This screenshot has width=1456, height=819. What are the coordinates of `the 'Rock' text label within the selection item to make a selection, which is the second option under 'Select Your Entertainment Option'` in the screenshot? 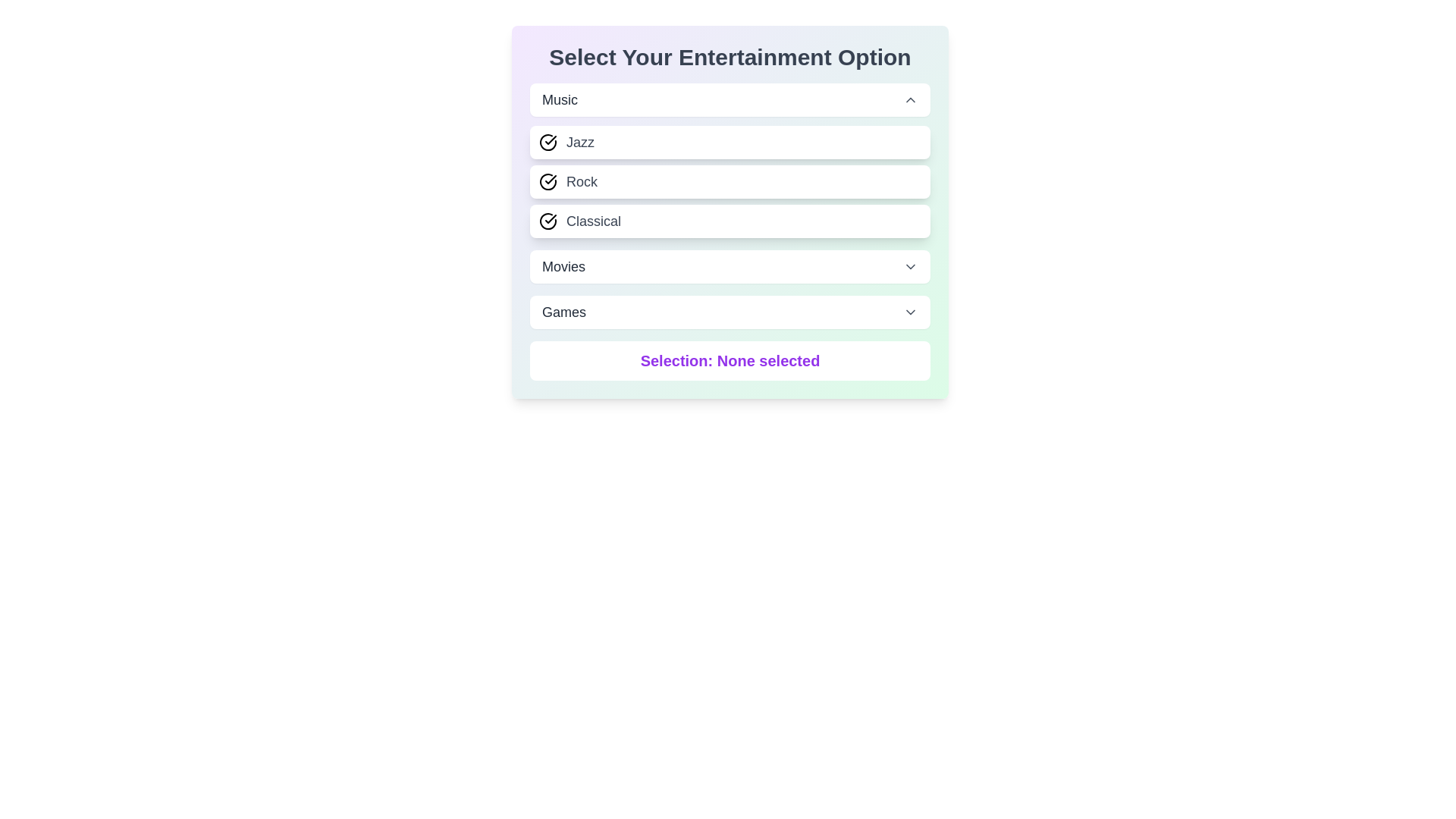 It's located at (581, 180).